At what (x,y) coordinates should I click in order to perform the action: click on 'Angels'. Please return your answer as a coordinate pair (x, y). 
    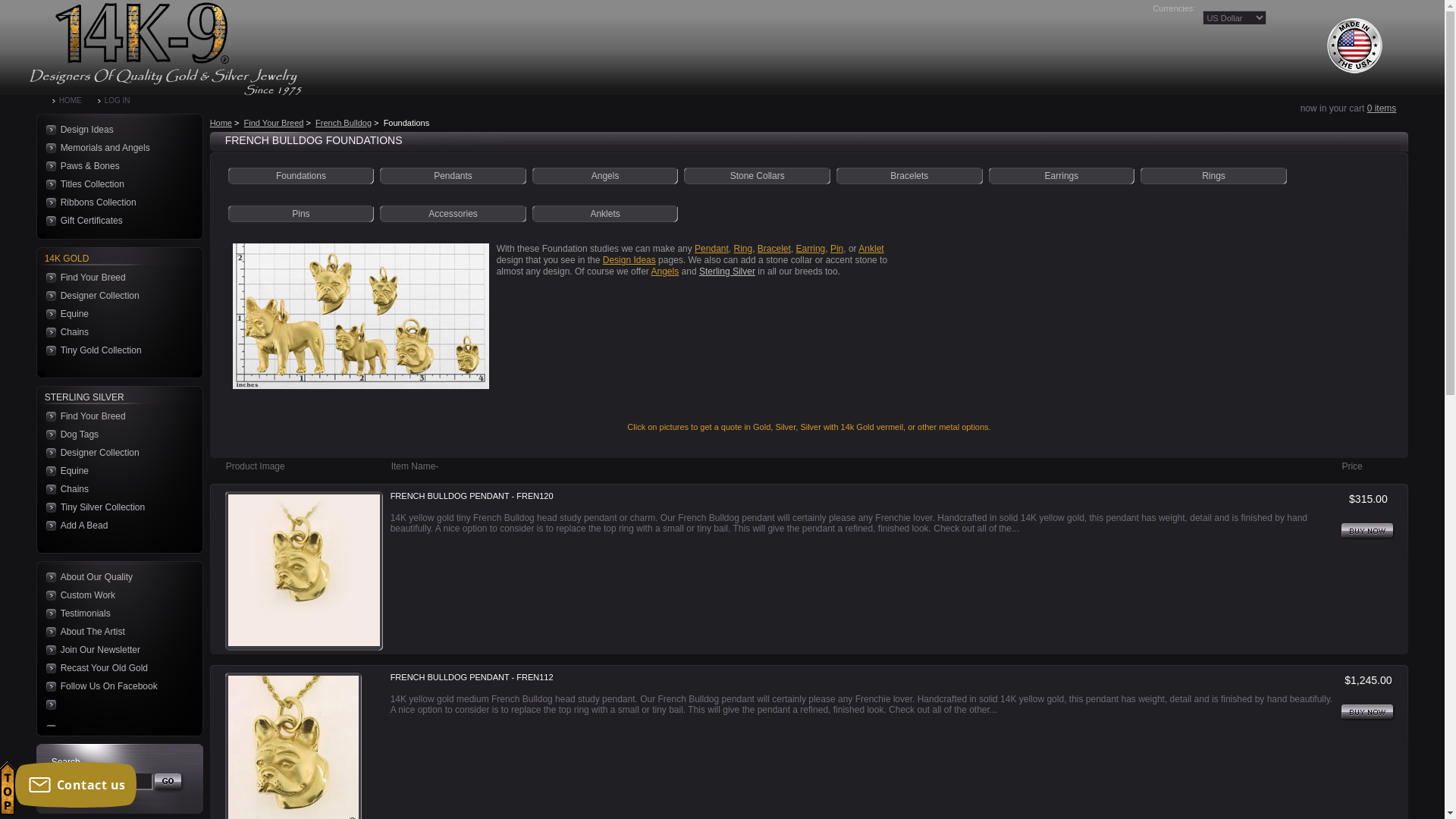
    Looking at the image, I should click on (604, 174).